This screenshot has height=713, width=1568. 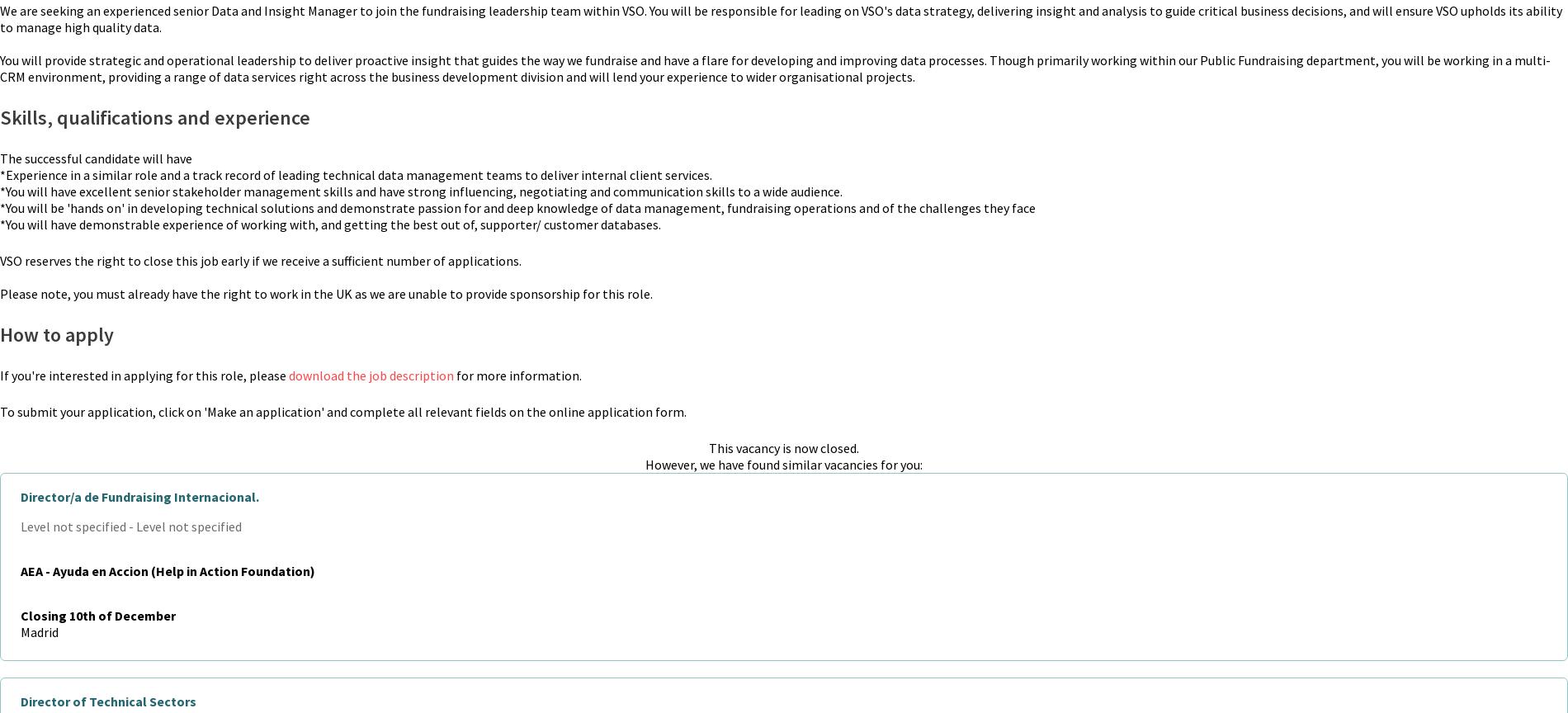 I want to click on 'Privacy policy', so click(x=1229, y=444).